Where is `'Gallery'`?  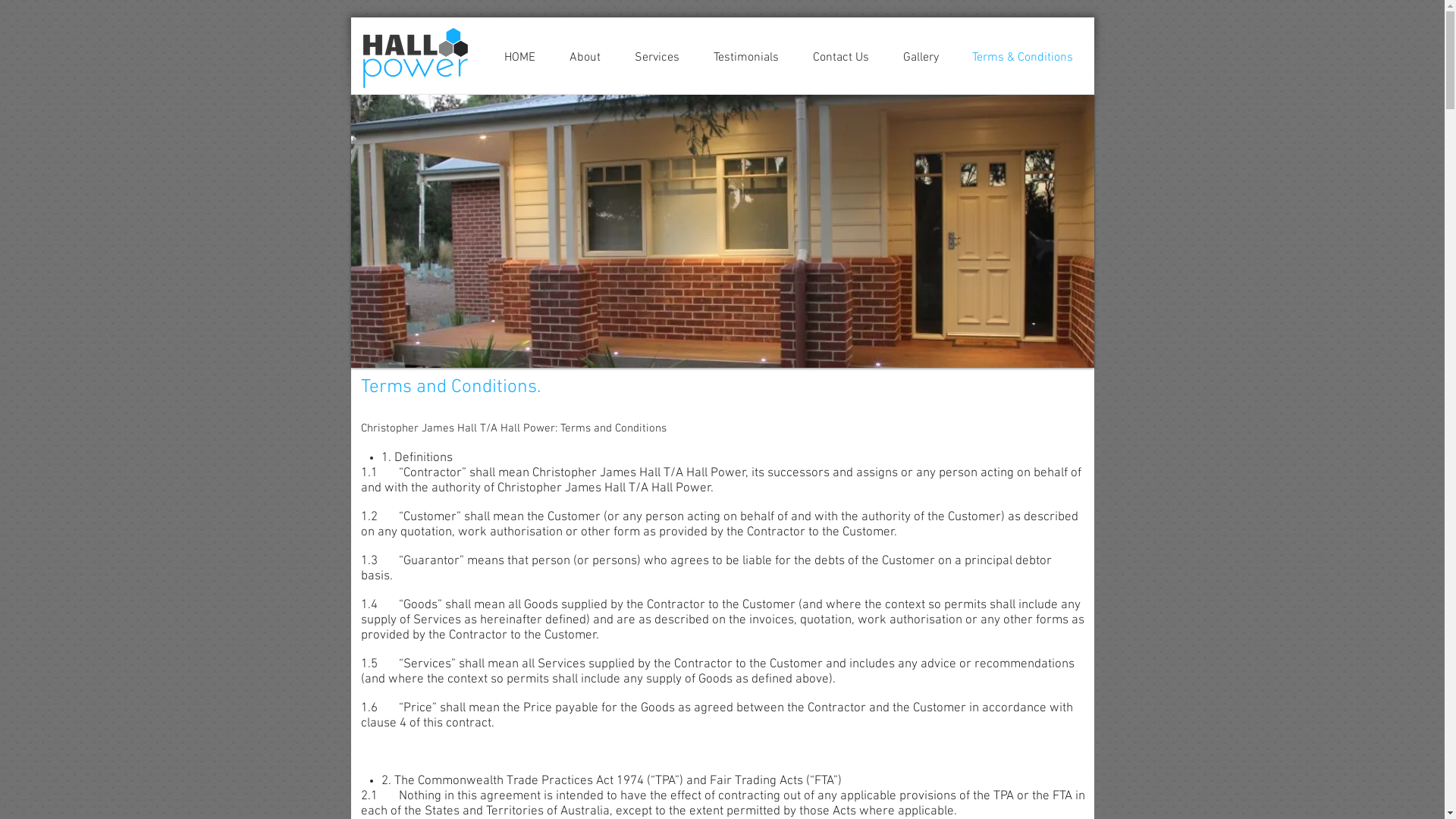 'Gallery' is located at coordinates (919, 57).